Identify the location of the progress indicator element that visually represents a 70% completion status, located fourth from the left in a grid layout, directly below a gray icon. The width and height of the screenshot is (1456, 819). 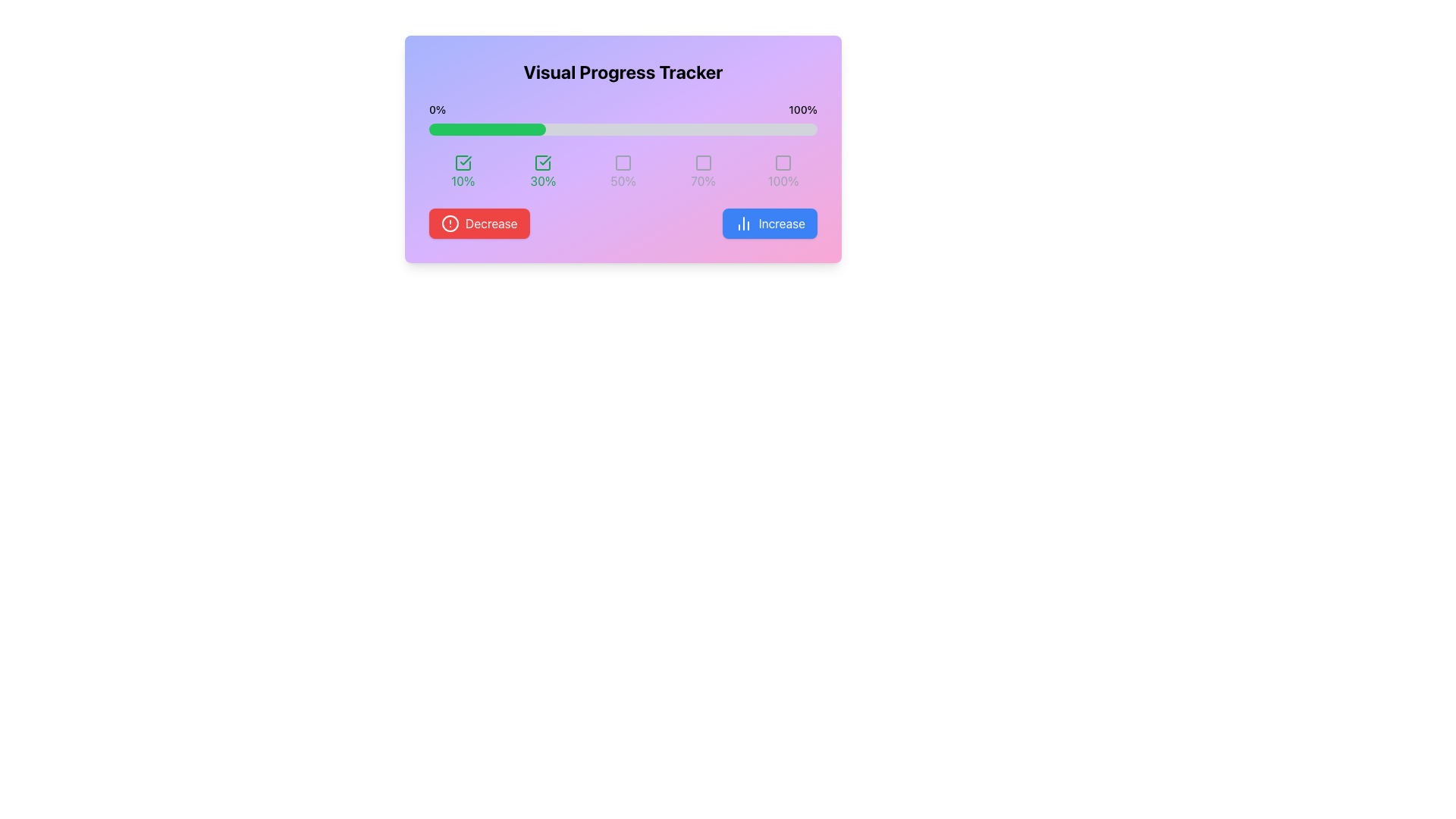
(702, 171).